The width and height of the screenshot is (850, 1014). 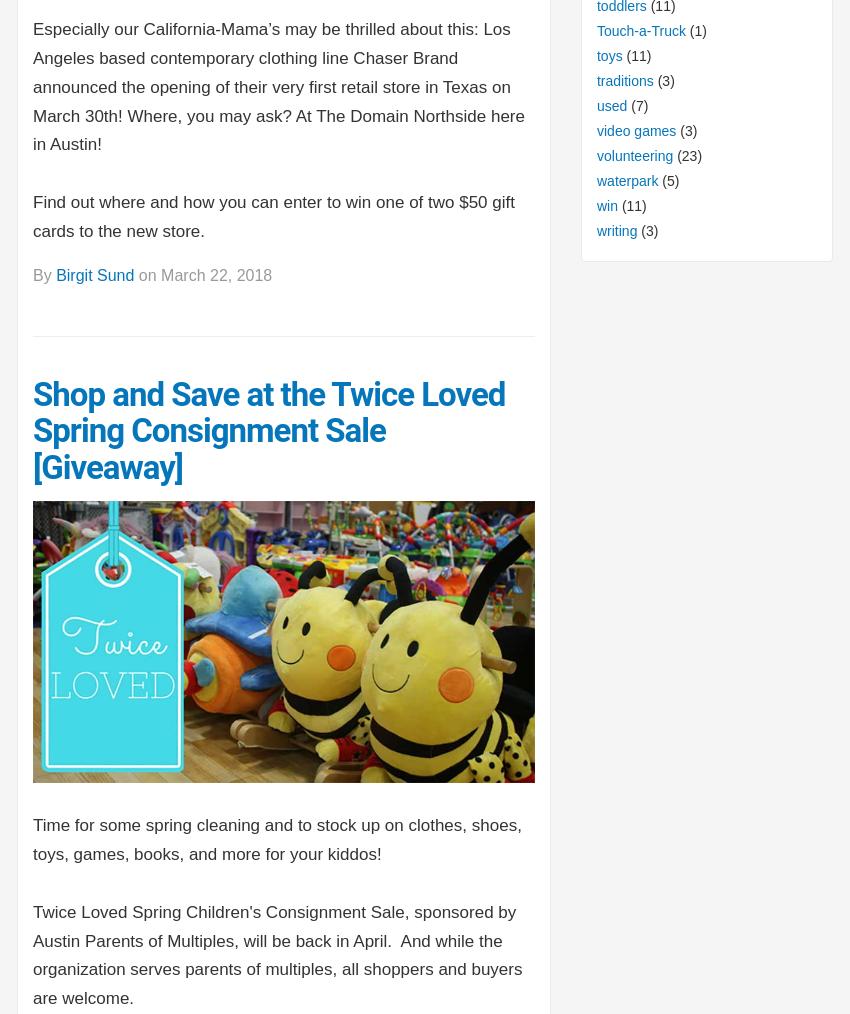 I want to click on 'Time for some spring cleaning and to stock up on clothes, shoes, toys, games, books, and more for your kiddos!', so click(x=276, y=839).